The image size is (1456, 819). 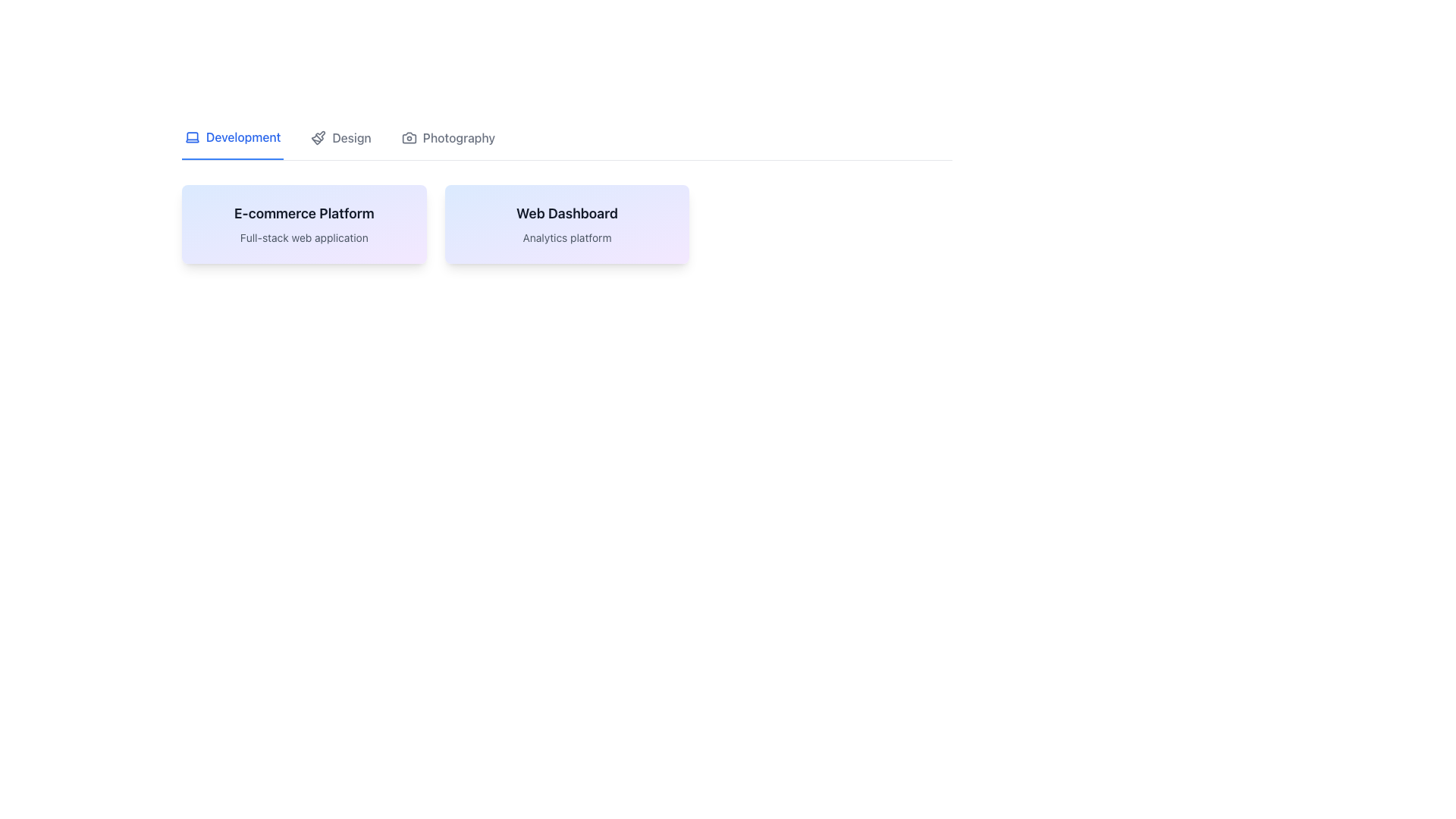 I want to click on the descriptive text label located below the 'Web Dashboard' heading in the center-right card UI, so click(x=566, y=237).